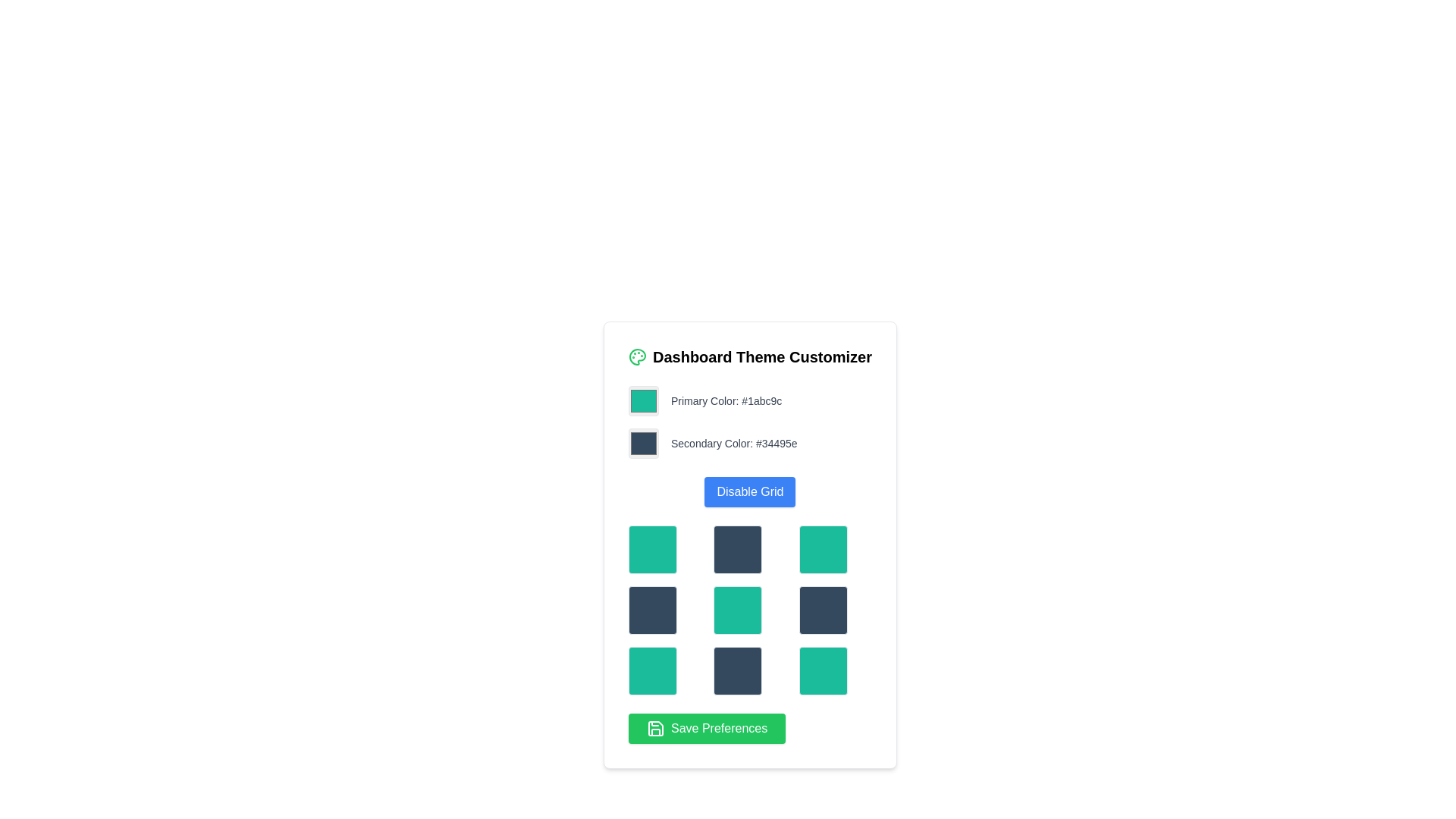  I want to click on the color picker box representing the secondary color, so click(644, 444).